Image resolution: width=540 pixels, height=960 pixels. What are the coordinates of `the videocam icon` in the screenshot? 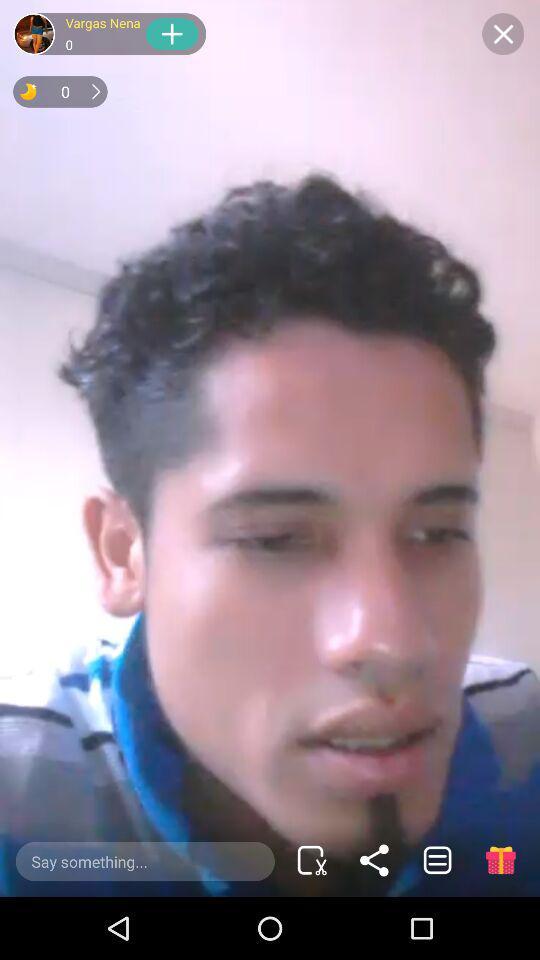 It's located at (311, 859).